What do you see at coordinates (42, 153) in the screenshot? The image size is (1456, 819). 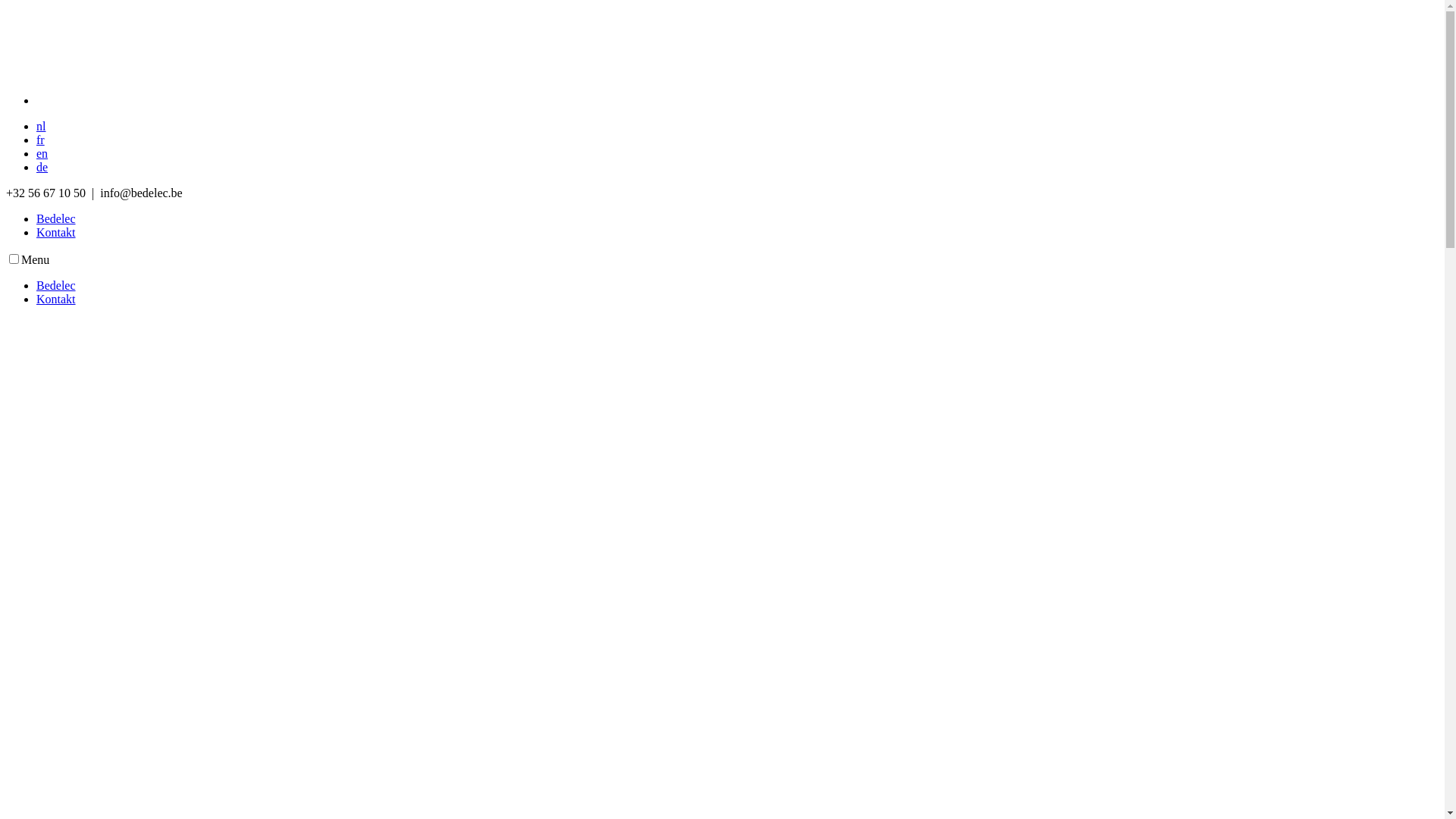 I see `'en'` at bounding box center [42, 153].